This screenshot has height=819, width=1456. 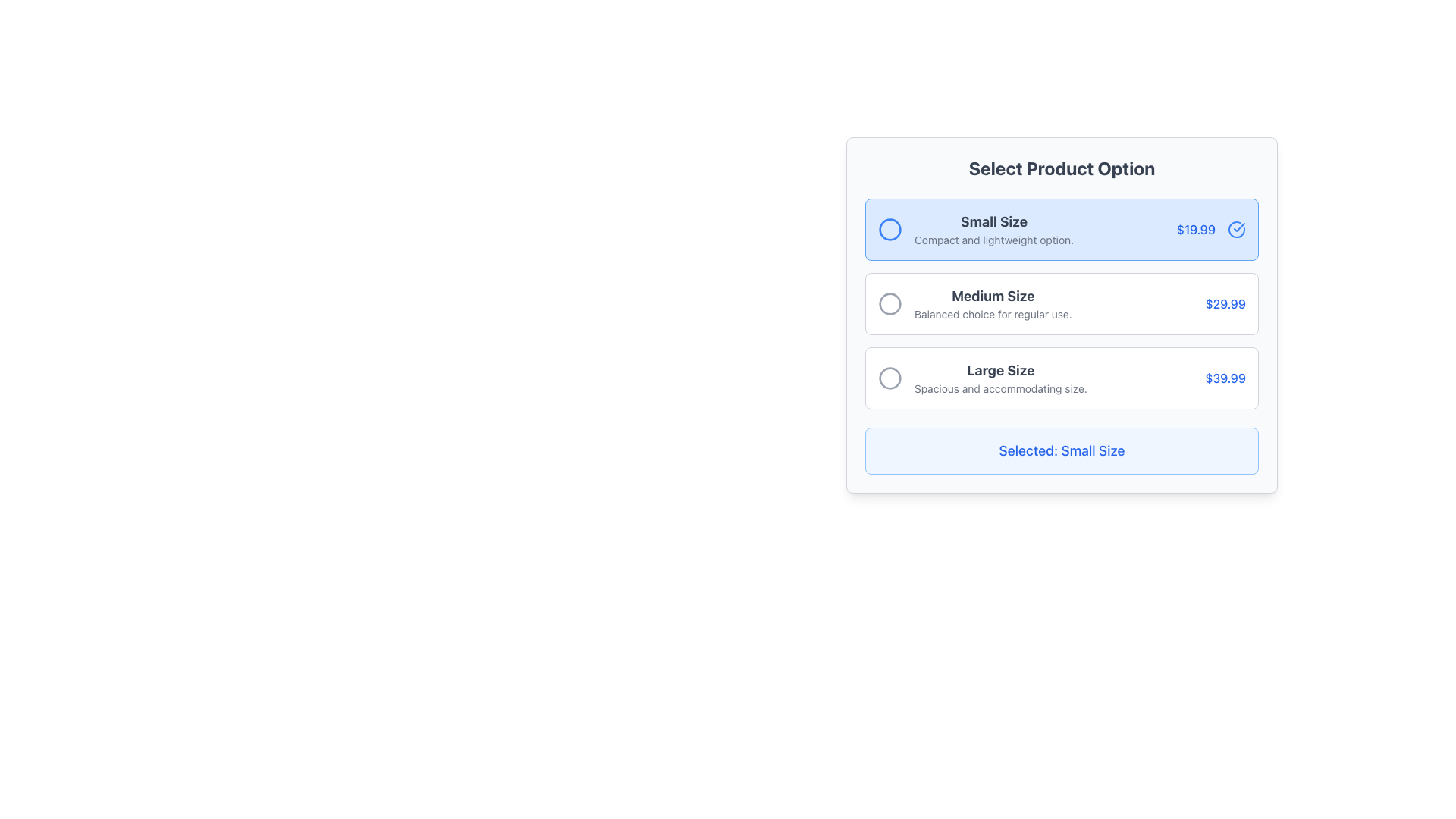 I want to click on the circular icon with a blue outline above the text 'Small Size', so click(x=890, y=230).